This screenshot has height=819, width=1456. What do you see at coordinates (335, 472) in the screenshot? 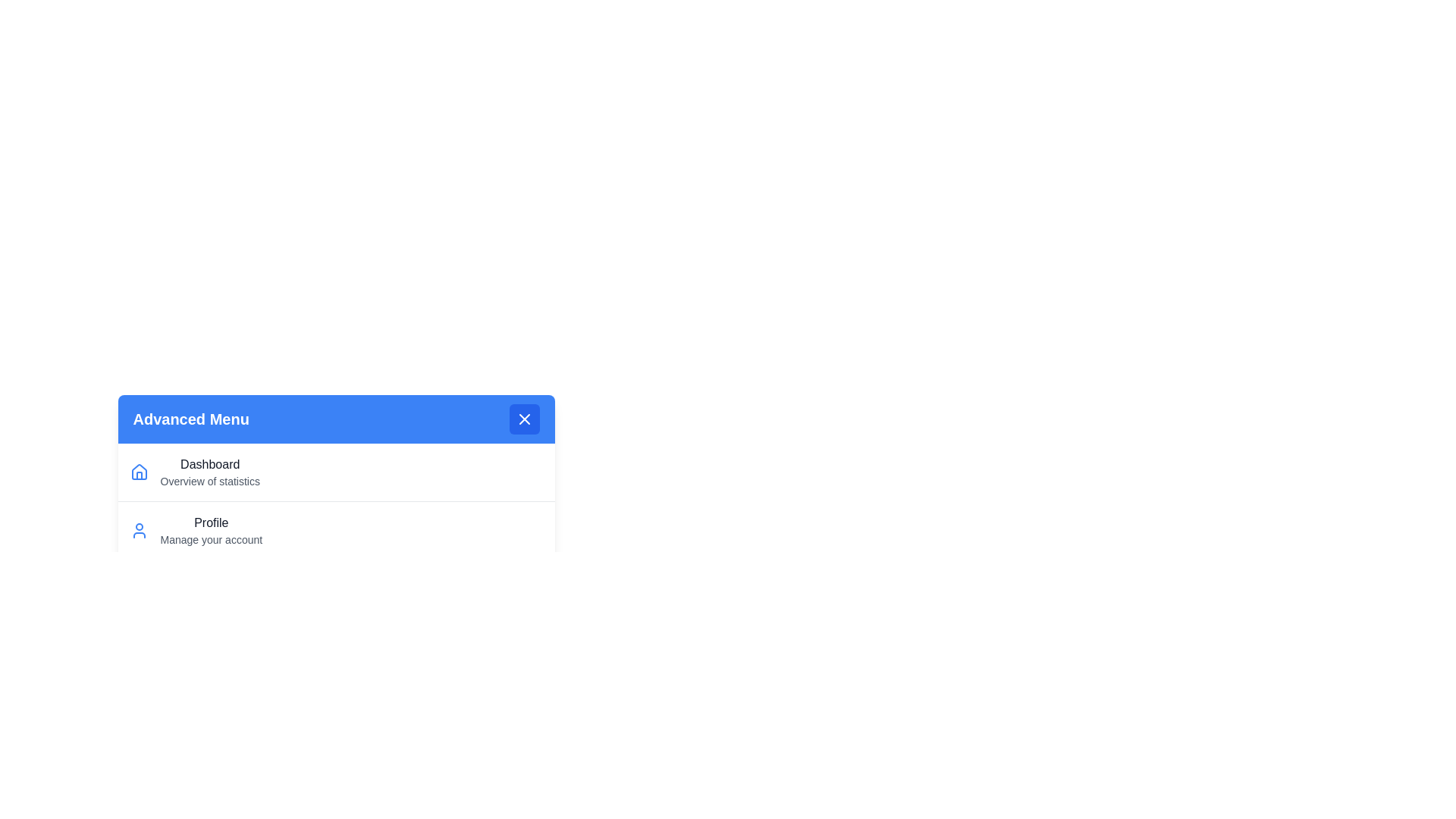
I see `the menu item Dashboard to navigate to its section` at bounding box center [335, 472].